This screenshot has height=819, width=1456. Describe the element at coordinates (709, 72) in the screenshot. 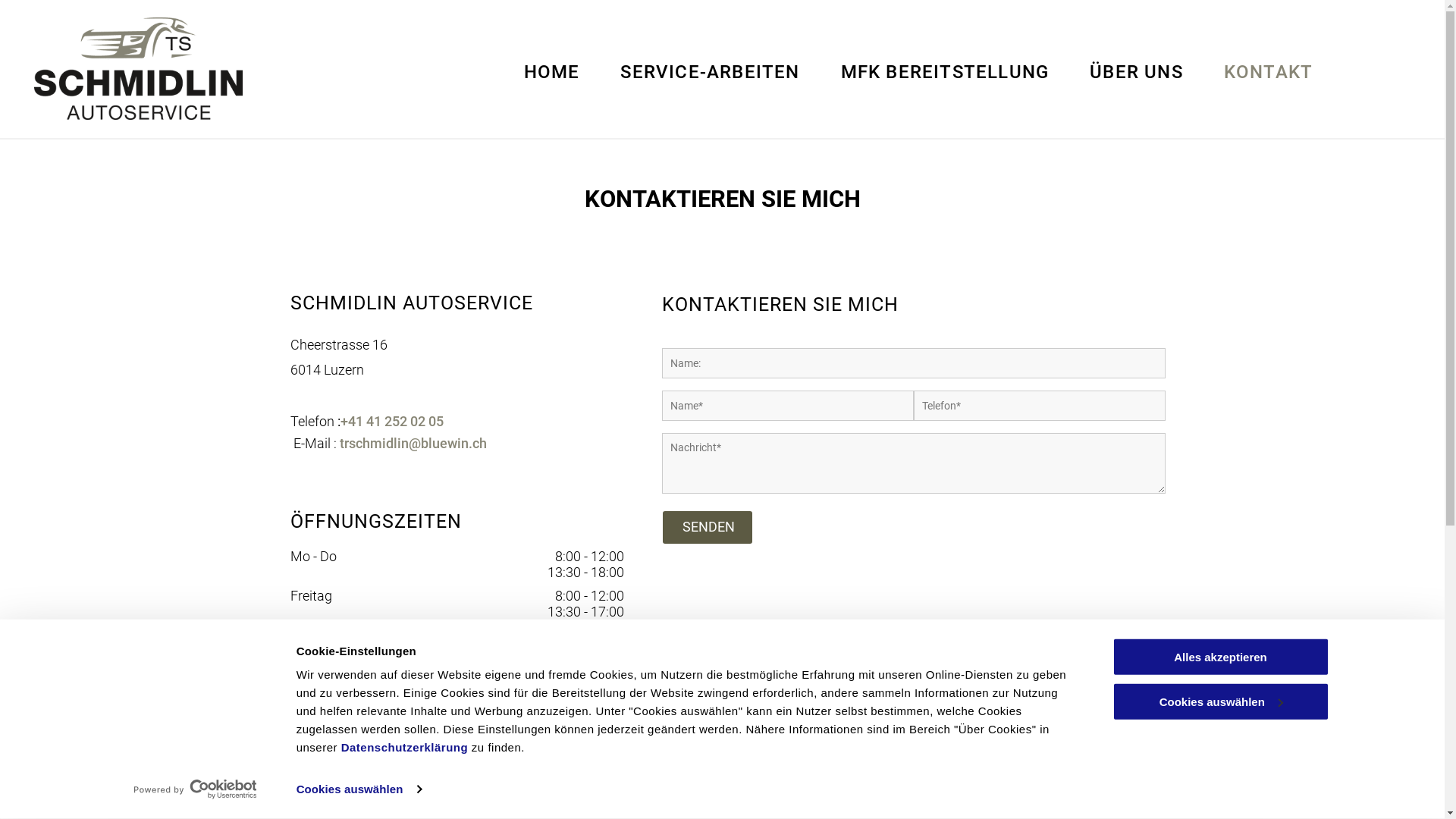

I see `'SERVICE-ARBEITEN'` at that location.